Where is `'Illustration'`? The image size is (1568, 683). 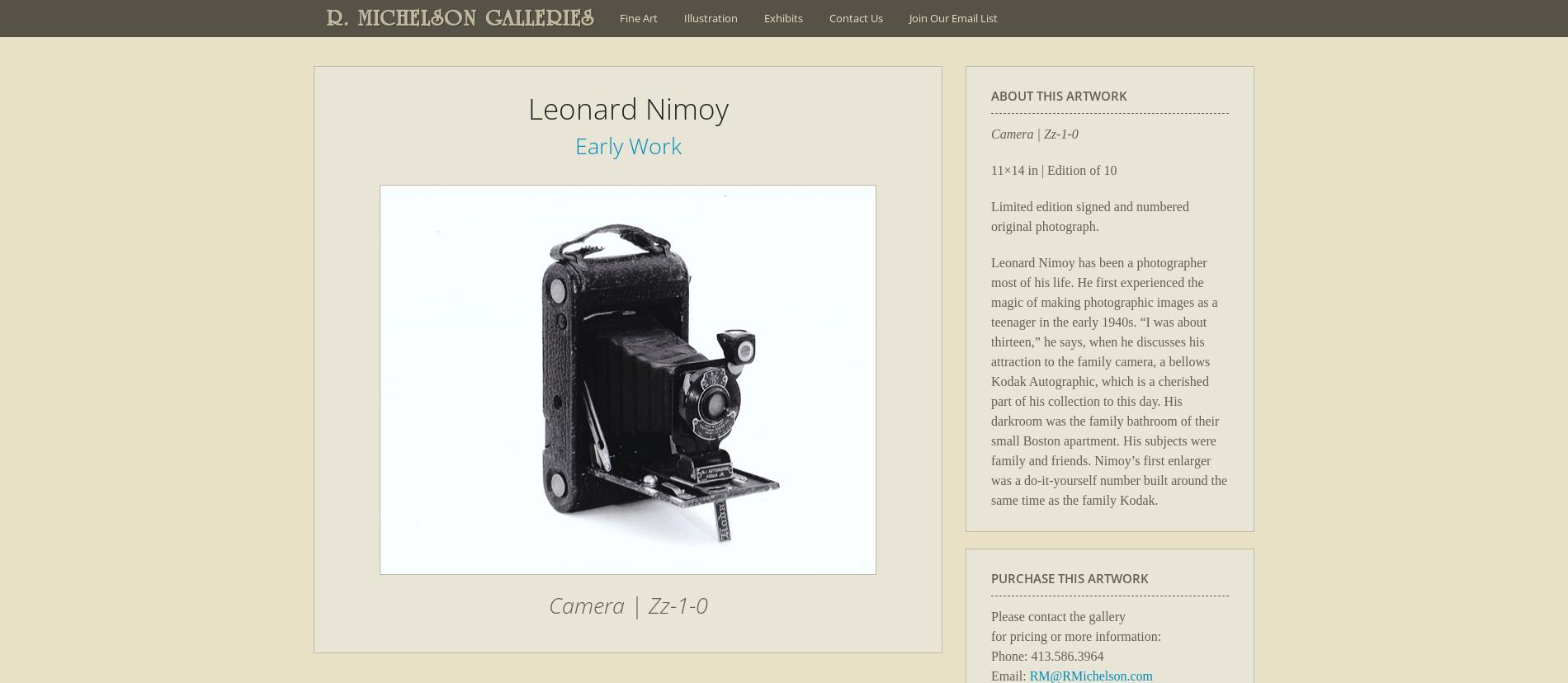
'Illustration' is located at coordinates (709, 18).